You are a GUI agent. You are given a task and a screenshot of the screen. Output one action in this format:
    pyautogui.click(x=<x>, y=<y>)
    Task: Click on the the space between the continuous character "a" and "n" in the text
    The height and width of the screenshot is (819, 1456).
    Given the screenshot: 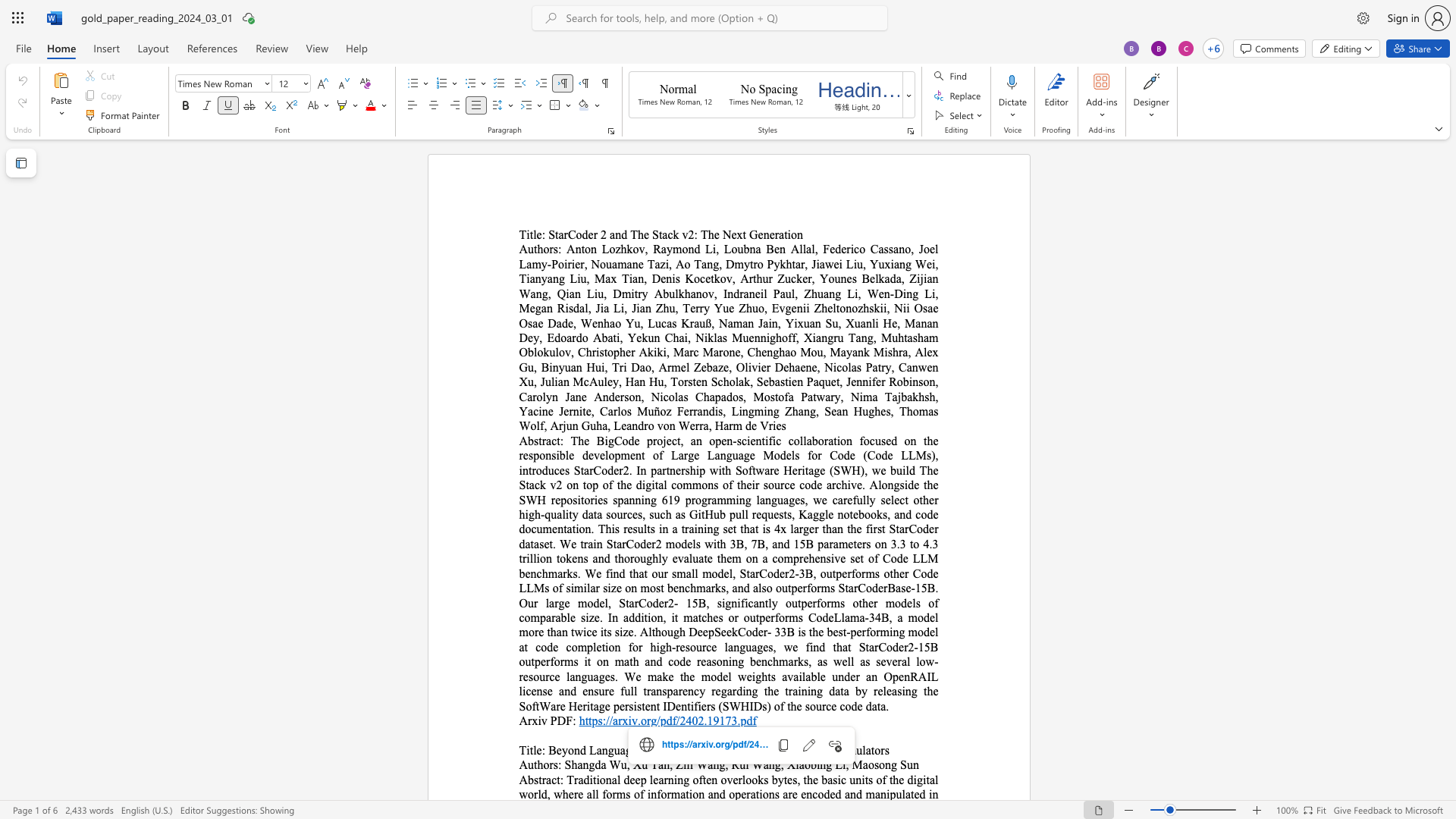 What is the action you would take?
    pyautogui.click(x=712, y=764)
    